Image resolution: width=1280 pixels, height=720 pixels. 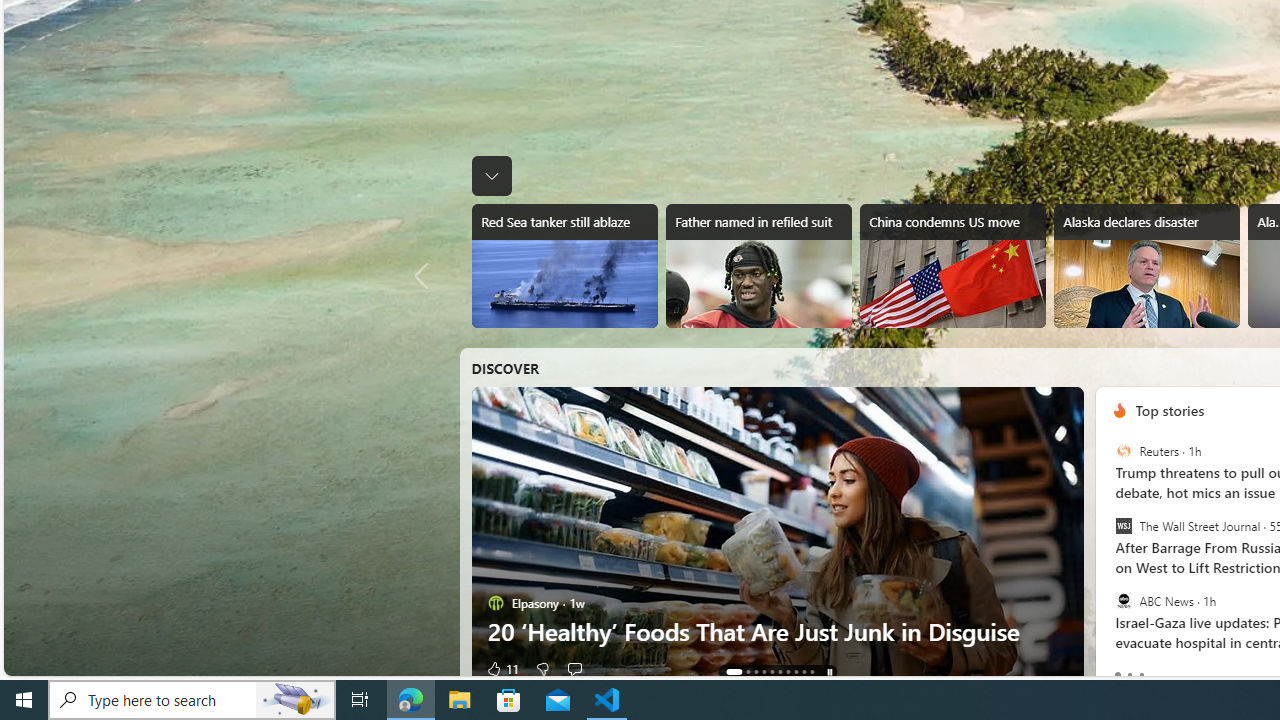 I want to click on 'Top stories', so click(x=1169, y=409).